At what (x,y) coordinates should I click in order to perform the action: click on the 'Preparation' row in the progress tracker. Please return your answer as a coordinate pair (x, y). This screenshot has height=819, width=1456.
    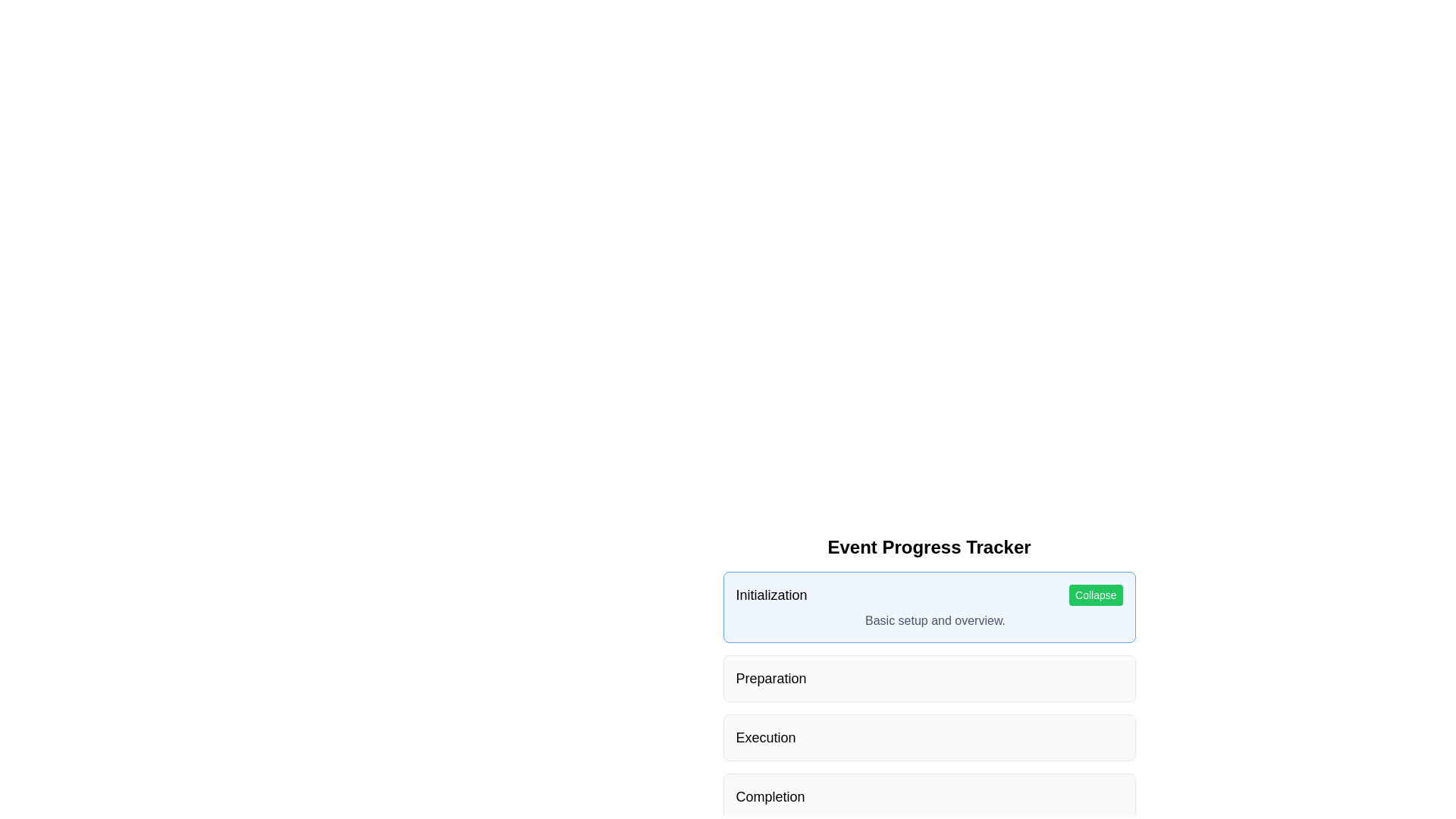
    Looking at the image, I should click on (928, 660).